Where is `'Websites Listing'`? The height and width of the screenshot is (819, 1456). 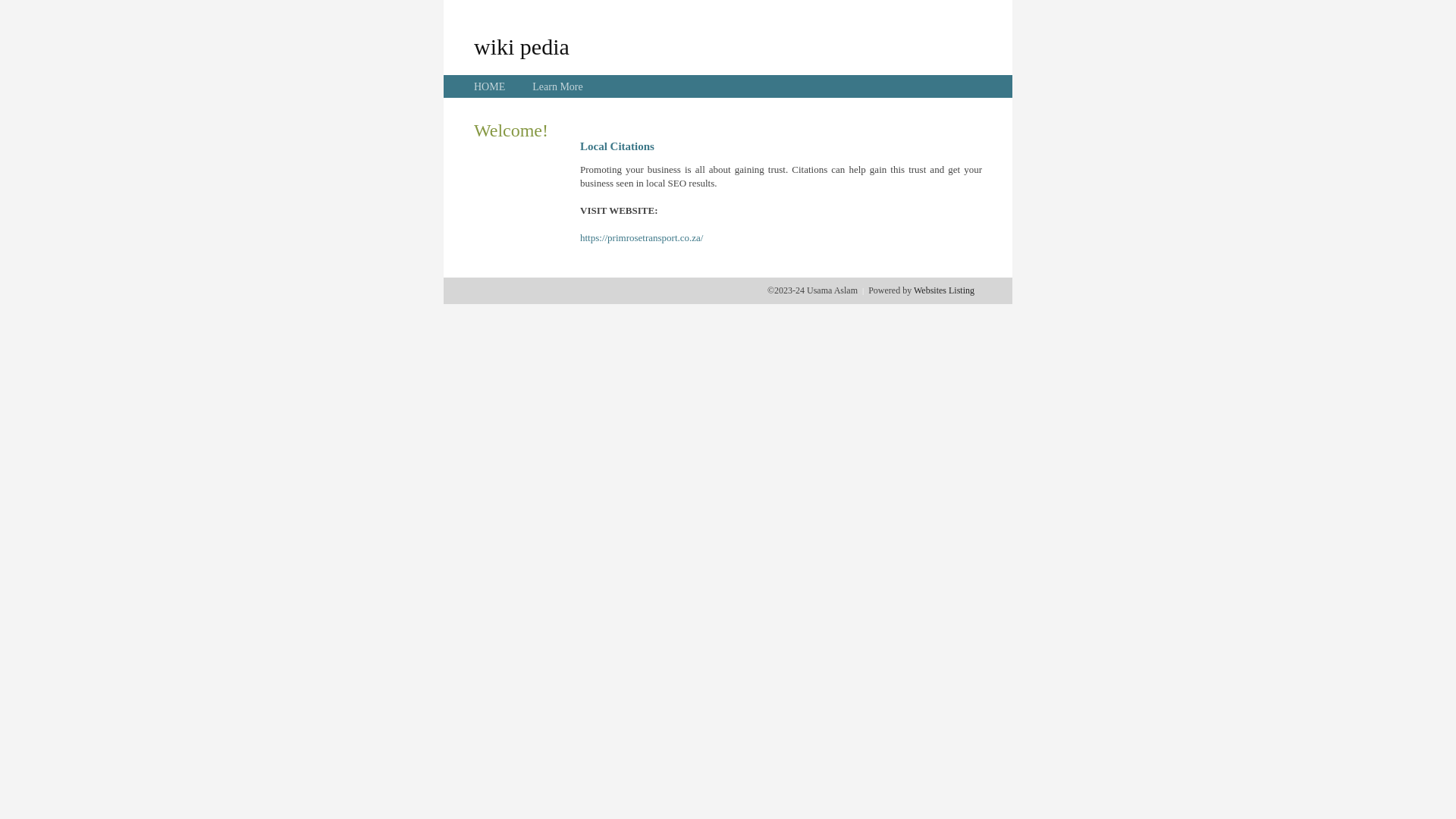 'Websites Listing' is located at coordinates (943, 290).